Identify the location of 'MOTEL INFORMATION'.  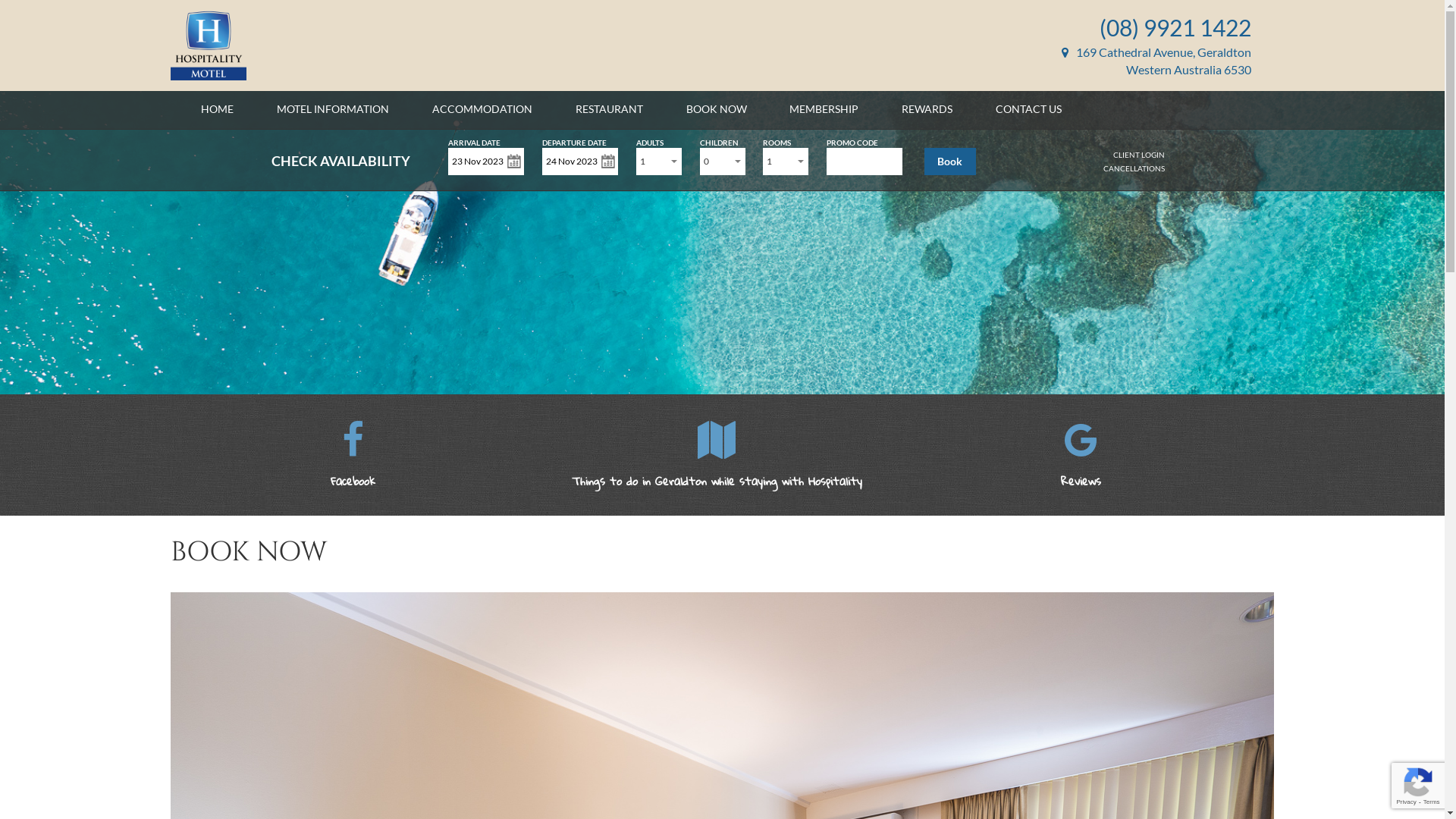
(331, 108).